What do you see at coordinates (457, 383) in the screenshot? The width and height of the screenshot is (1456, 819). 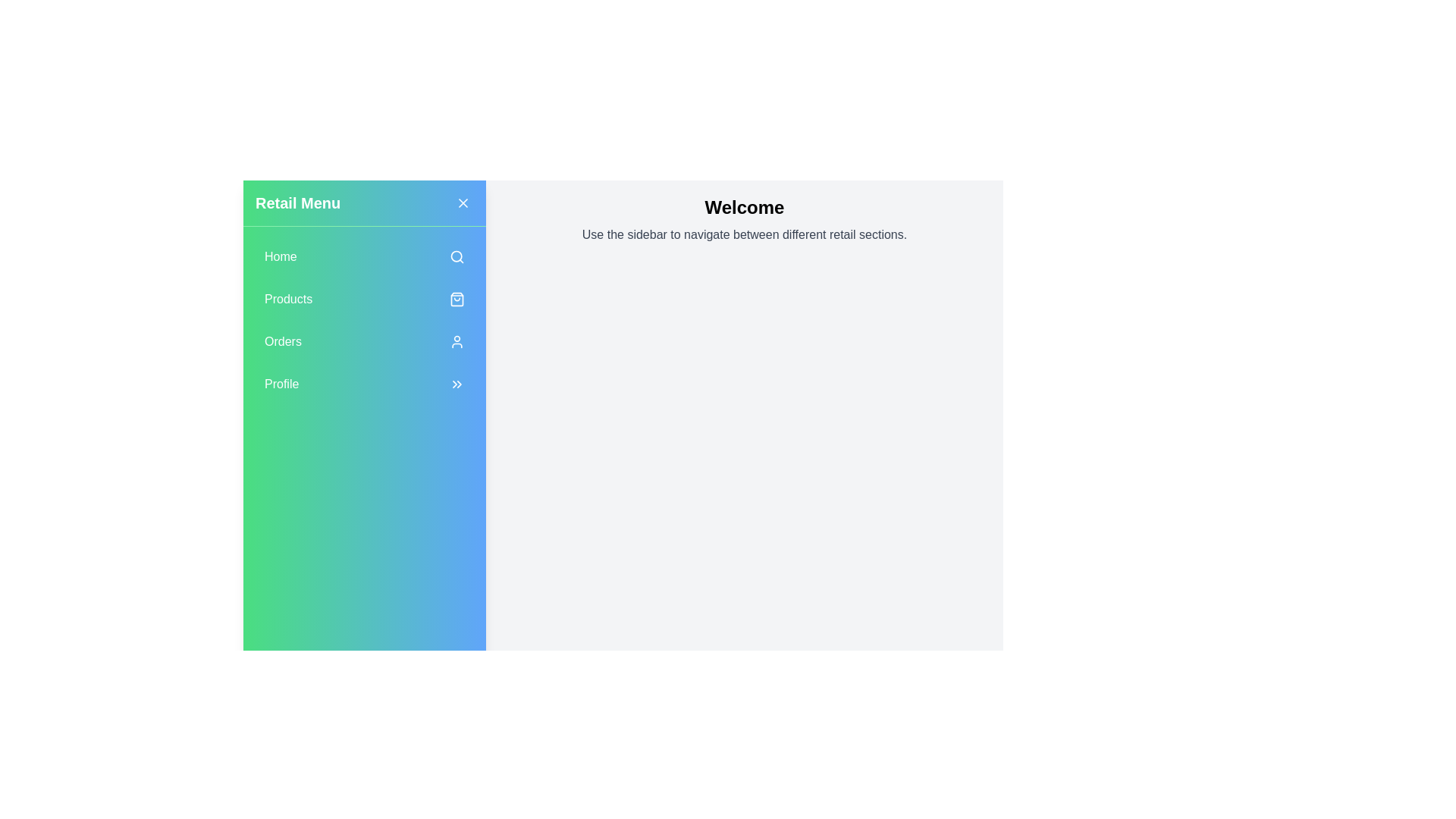 I see `the additional details icon located to the far right of the 'Profile' text in the sidebar` at bounding box center [457, 383].